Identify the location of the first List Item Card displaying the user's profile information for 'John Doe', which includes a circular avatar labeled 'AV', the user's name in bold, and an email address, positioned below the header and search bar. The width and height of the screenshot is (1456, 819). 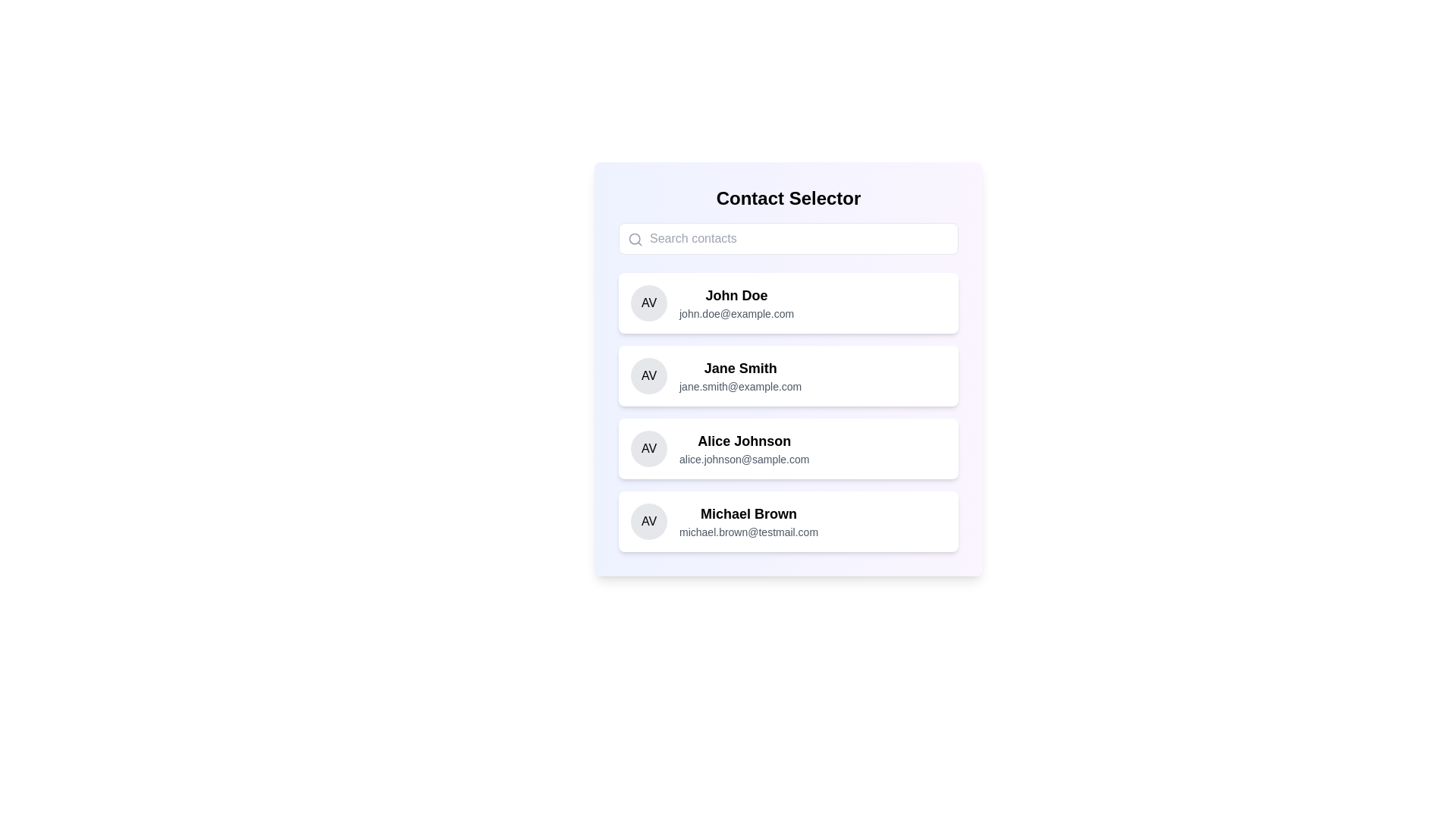
(789, 303).